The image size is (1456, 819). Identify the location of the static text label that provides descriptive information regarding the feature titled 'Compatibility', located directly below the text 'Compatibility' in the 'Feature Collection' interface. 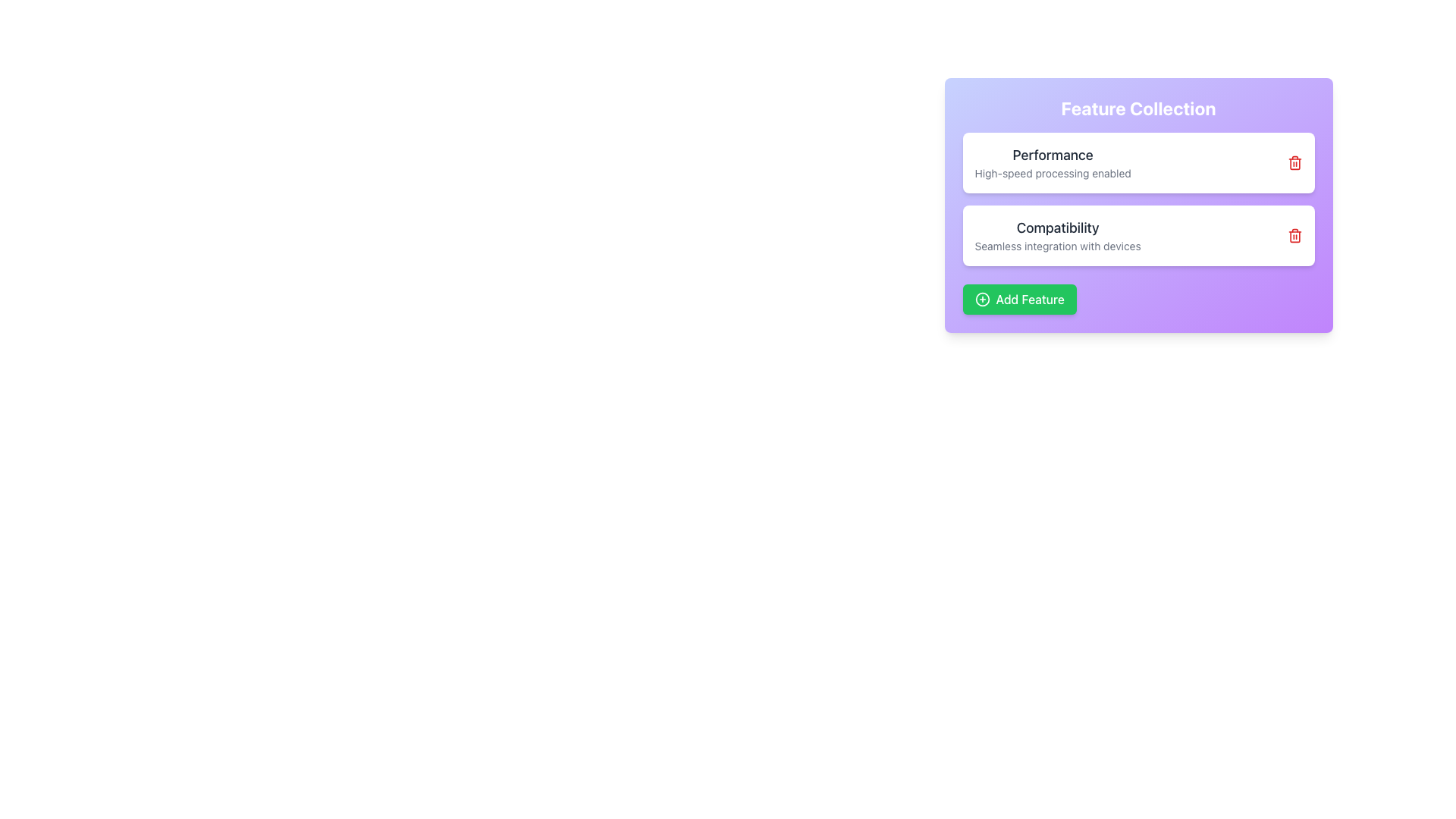
(1057, 245).